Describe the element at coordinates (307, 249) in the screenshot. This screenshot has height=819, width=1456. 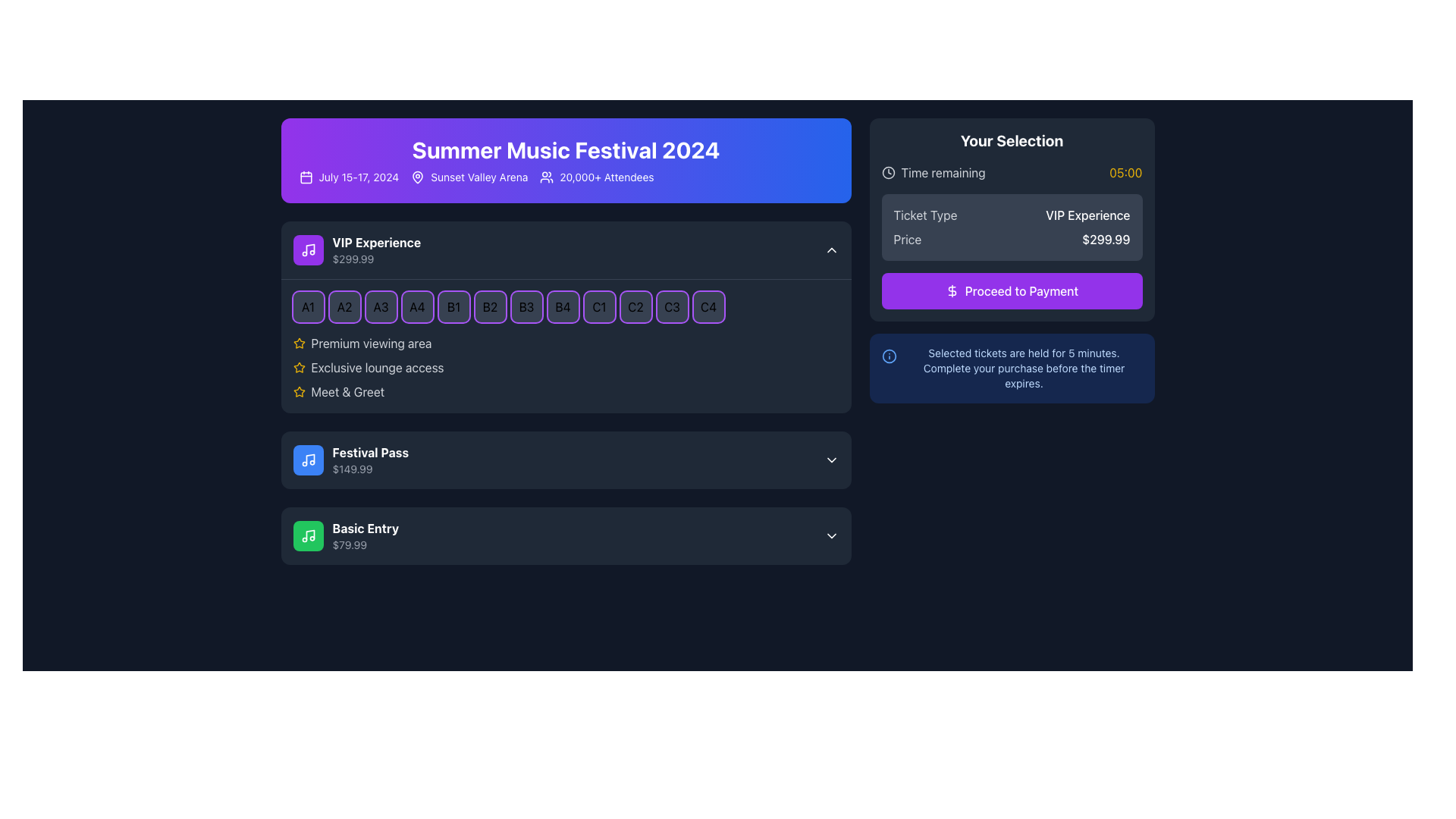
I see `the purple square-shaped icon with rounded corners and a centered white music note symbol located in the 'VIP Experience' section` at that location.